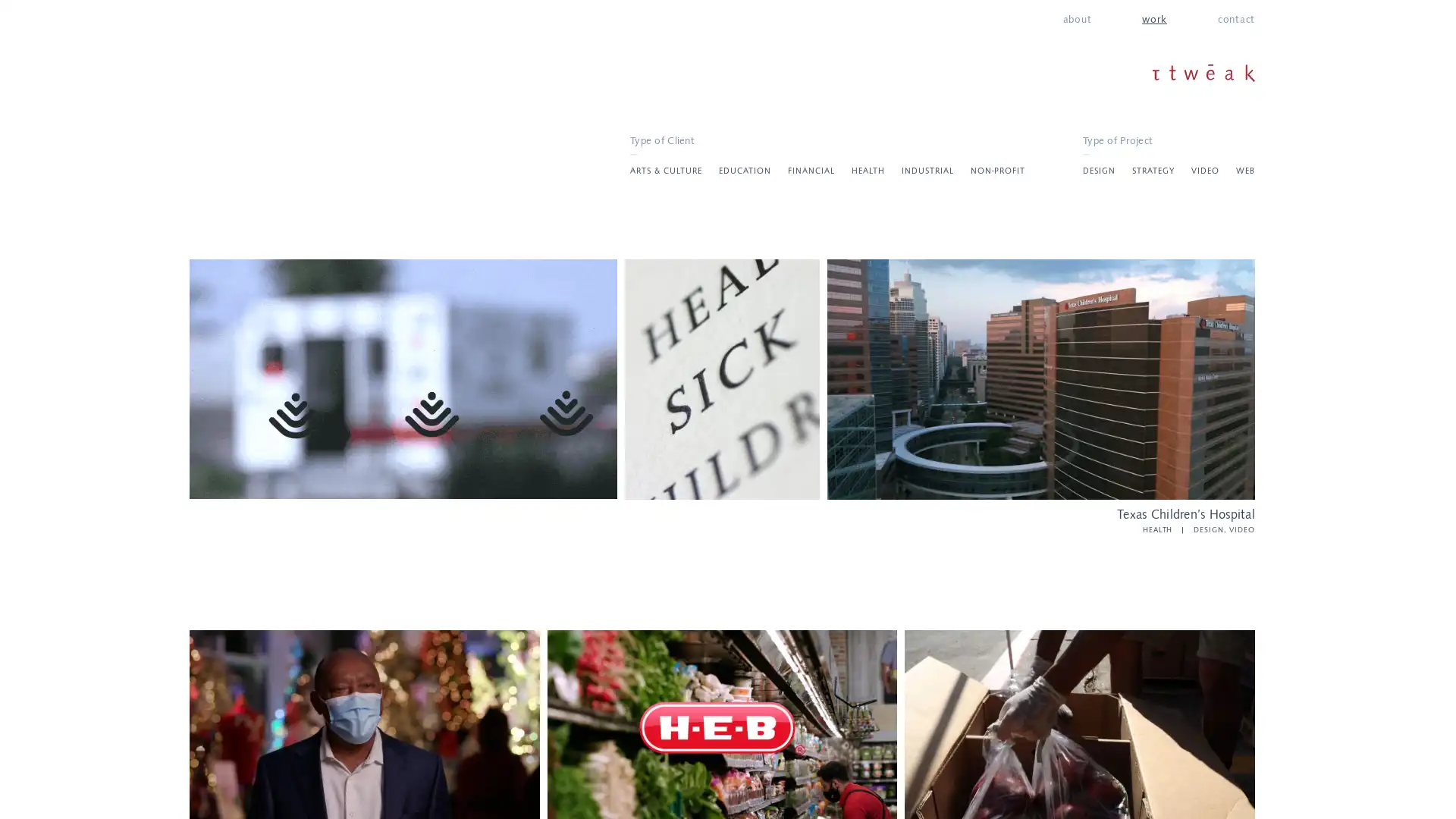 Image resolution: width=1456 pixels, height=819 pixels. Describe the element at coordinates (811, 171) in the screenshot. I see `FINANCIAL` at that location.